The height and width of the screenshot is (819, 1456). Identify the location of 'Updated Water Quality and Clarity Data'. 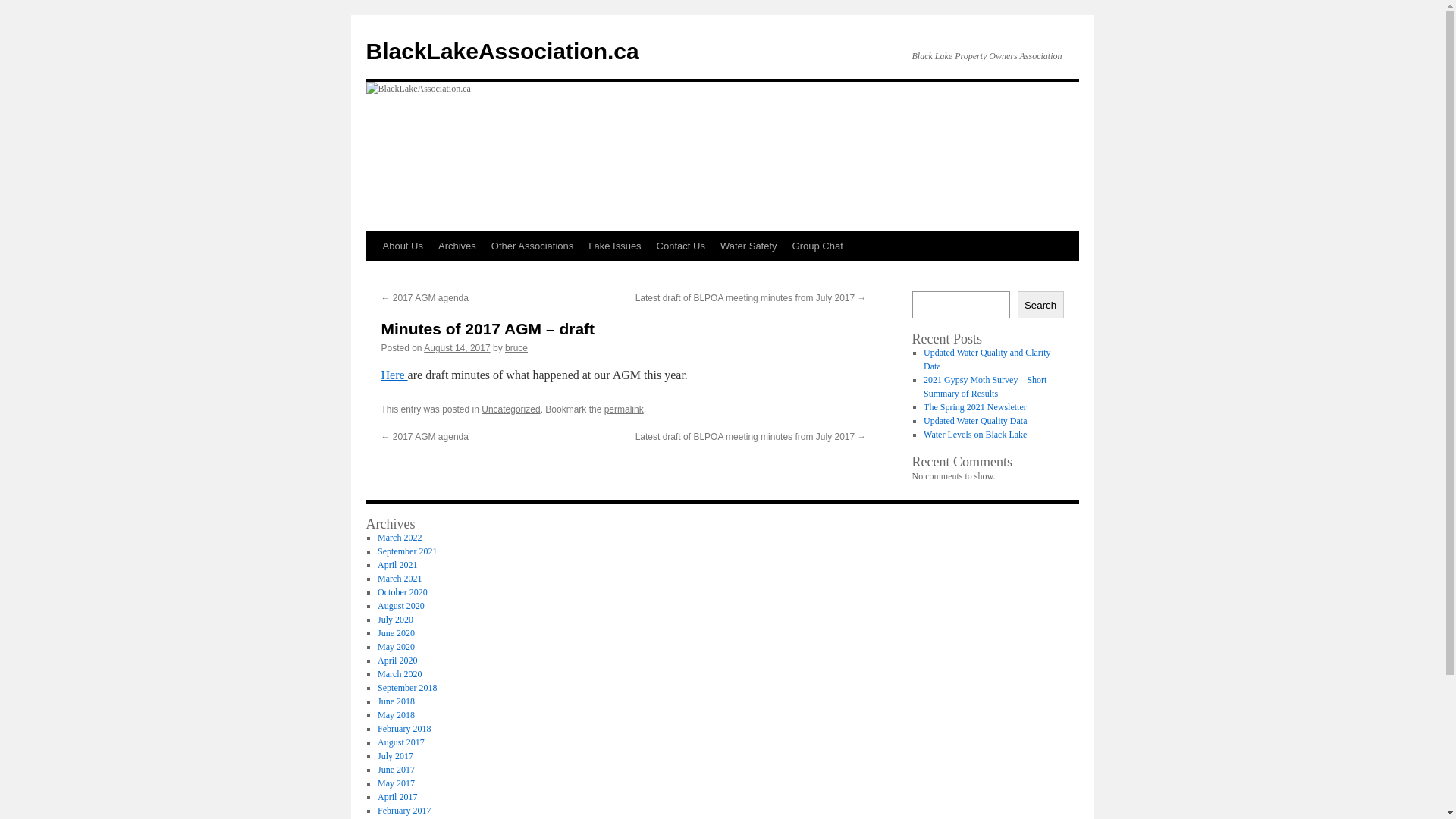
(987, 359).